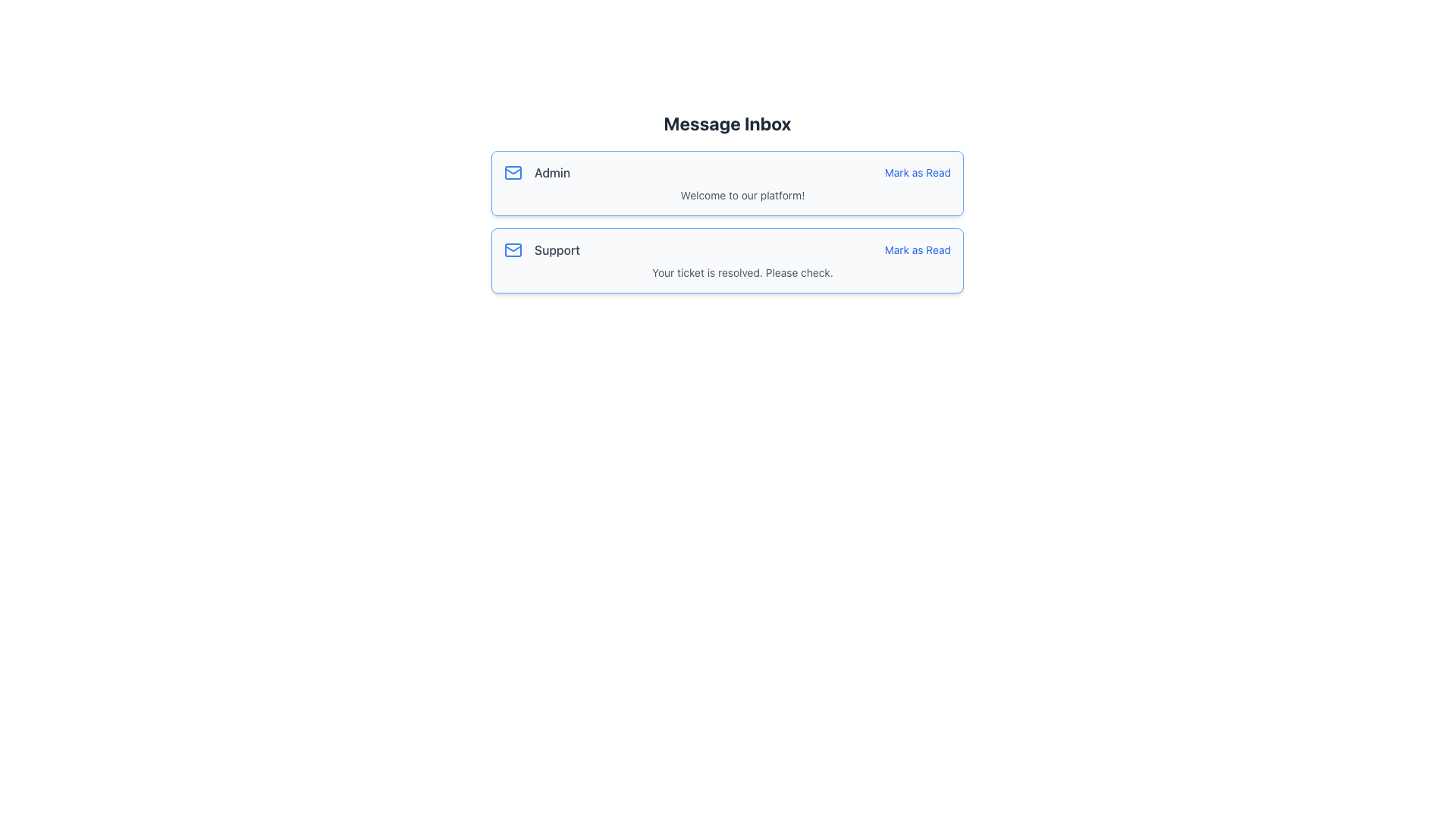  I want to click on the 'Admin' text label located on the left side of the first message card in the 'Message Inbox' section, so click(551, 171).